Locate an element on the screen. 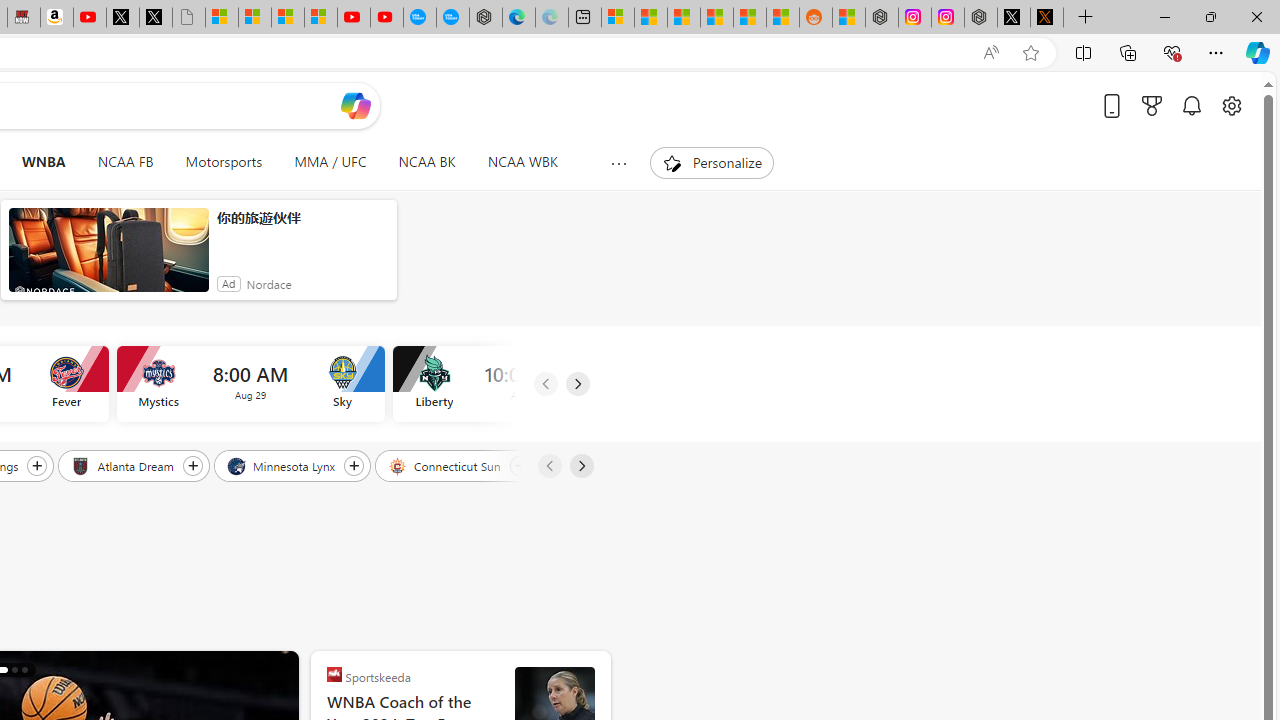  'Shanghai, China Weather trends | Microsoft Weather' is located at coordinates (781, 17).